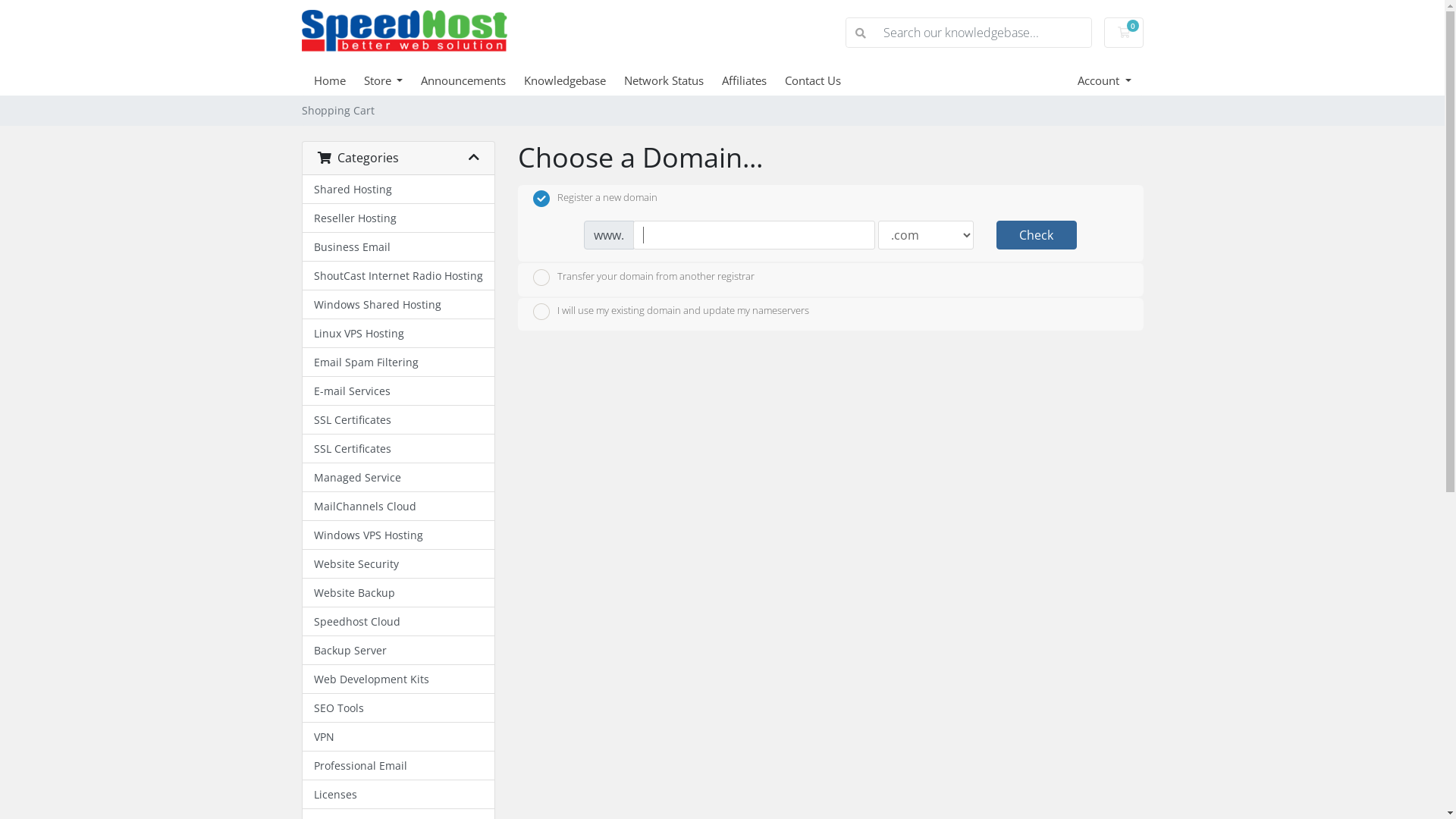 Image resolution: width=1456 pixels, height=819 pixels. What do you see at coordinates (754, 234) in the screenshot?
I see `'Please enter your domain'` at bounding box center [754, 234].